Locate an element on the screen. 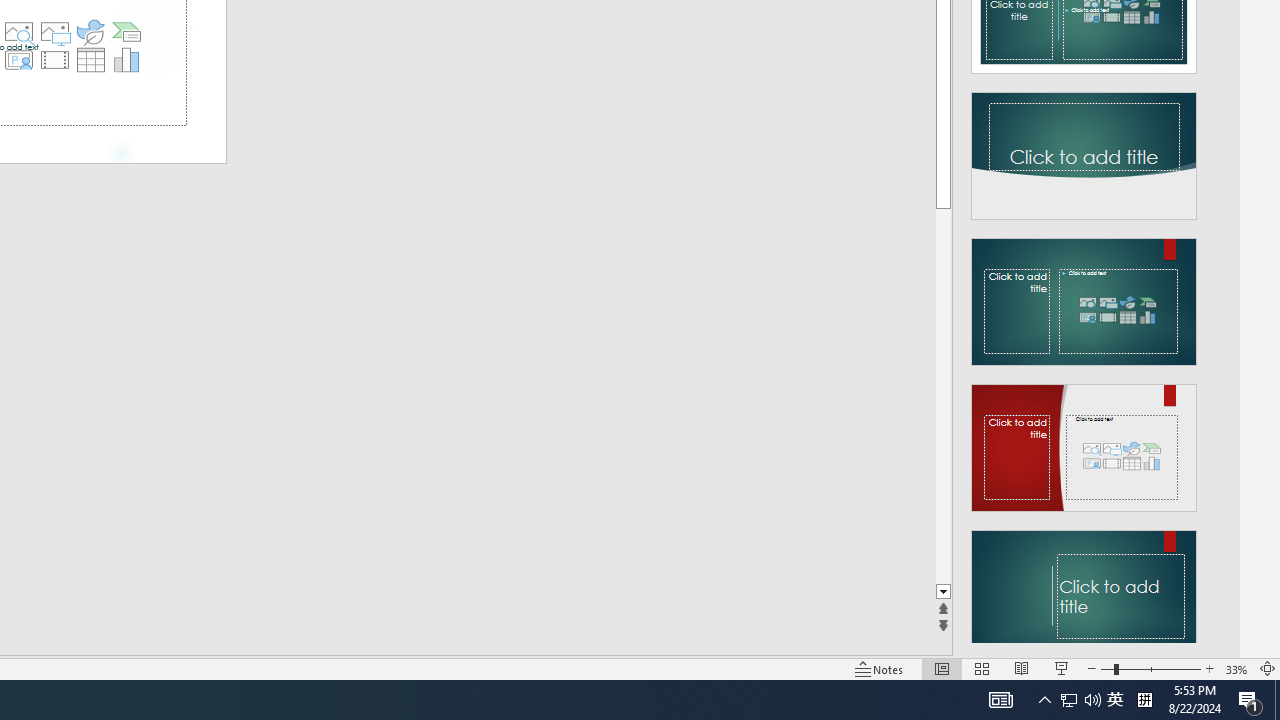 The width and height of the screenshot is (1280, 720). 'Insert a SmartArt Graphic' is located at coordinates (126, 32).